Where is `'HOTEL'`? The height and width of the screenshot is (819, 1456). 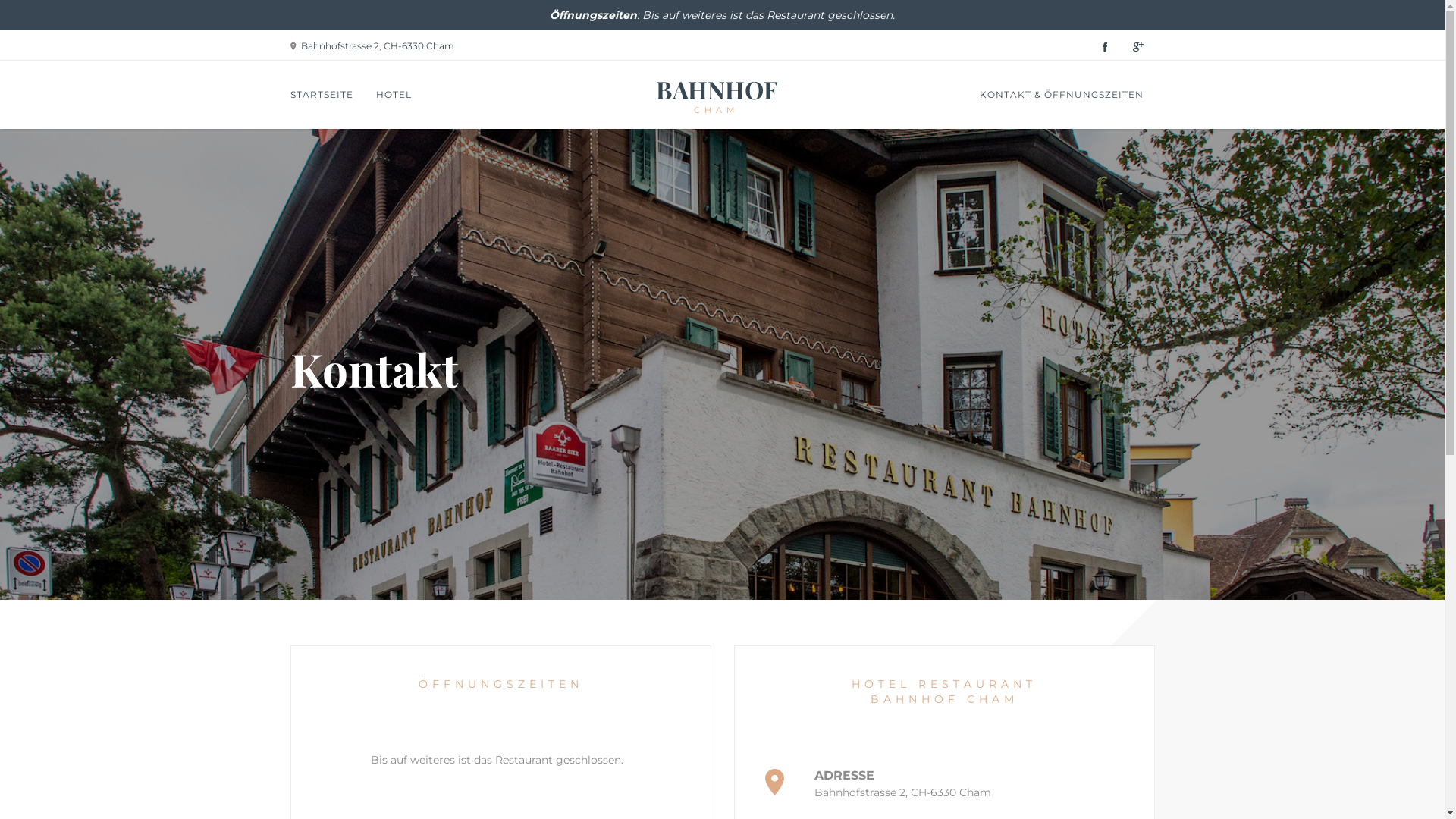 'HOTEL' is located at coordinates (364, 94).